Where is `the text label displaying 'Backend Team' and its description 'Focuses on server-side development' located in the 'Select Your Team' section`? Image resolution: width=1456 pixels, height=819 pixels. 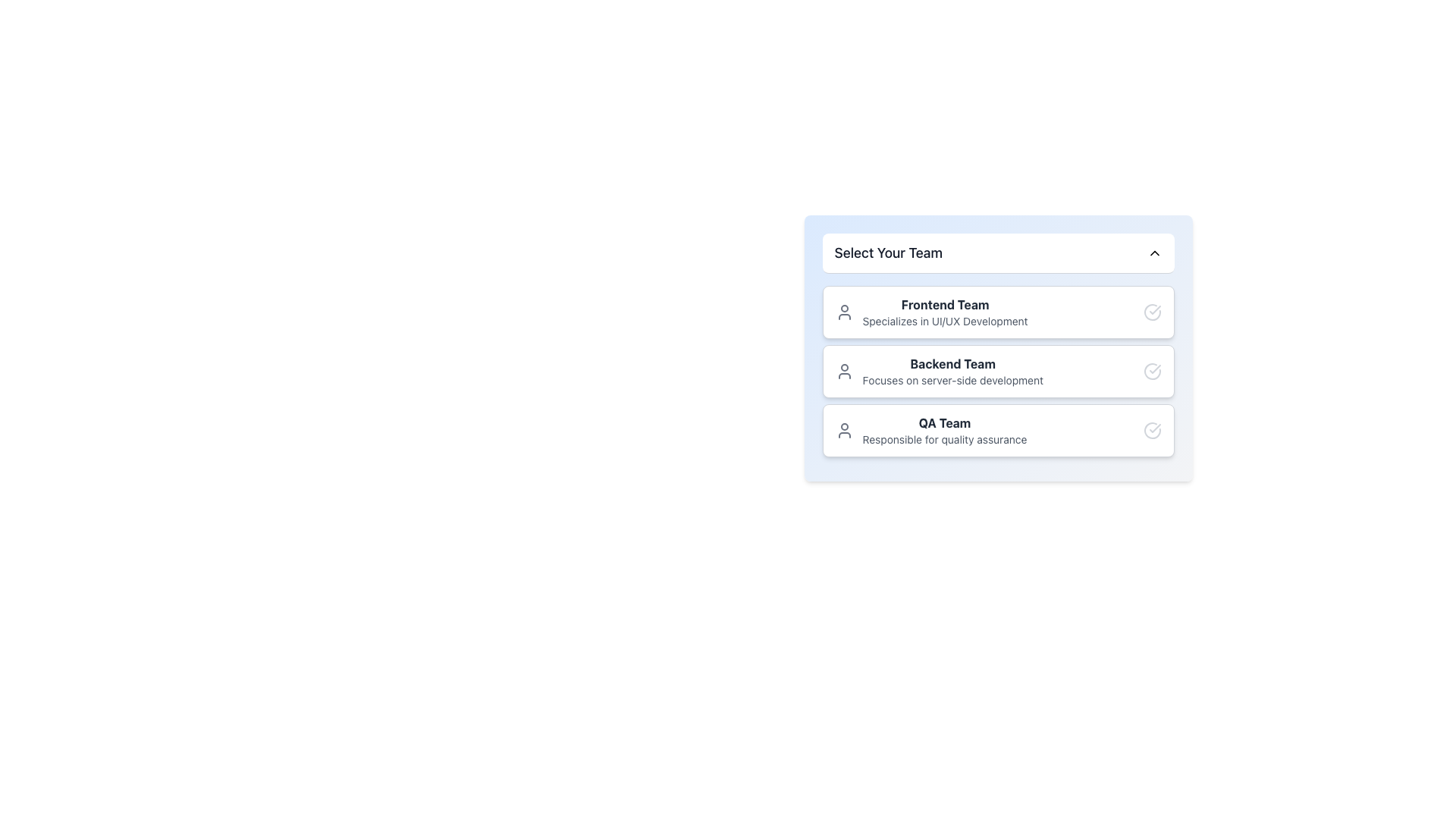
the text label displaying 'Backend Team' and its description 'Focuses on server-side development' located in the 'Select Your Team' section is located at coordinates (952, 371).